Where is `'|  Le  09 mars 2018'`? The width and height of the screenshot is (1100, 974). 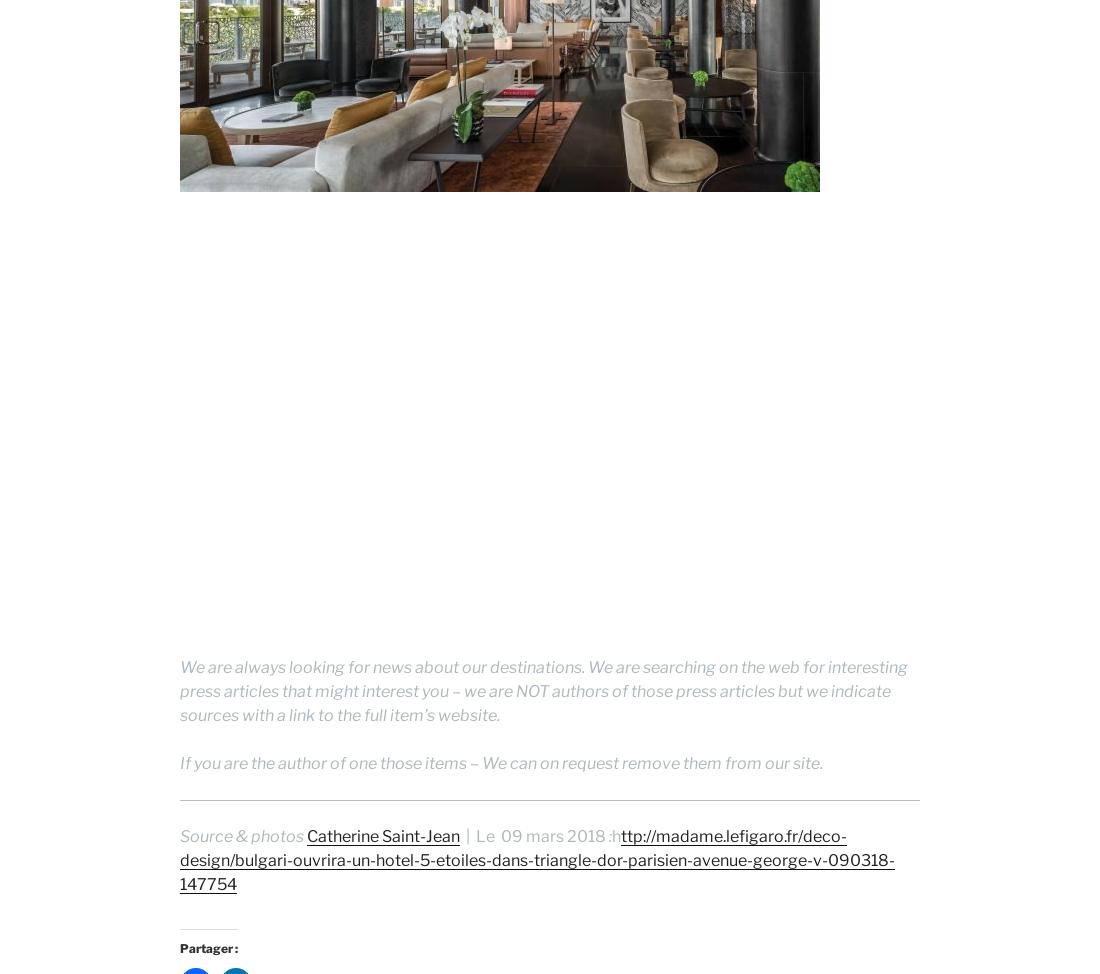 '|  Le  09 mars 2018' is located at coordinates (534, 835).